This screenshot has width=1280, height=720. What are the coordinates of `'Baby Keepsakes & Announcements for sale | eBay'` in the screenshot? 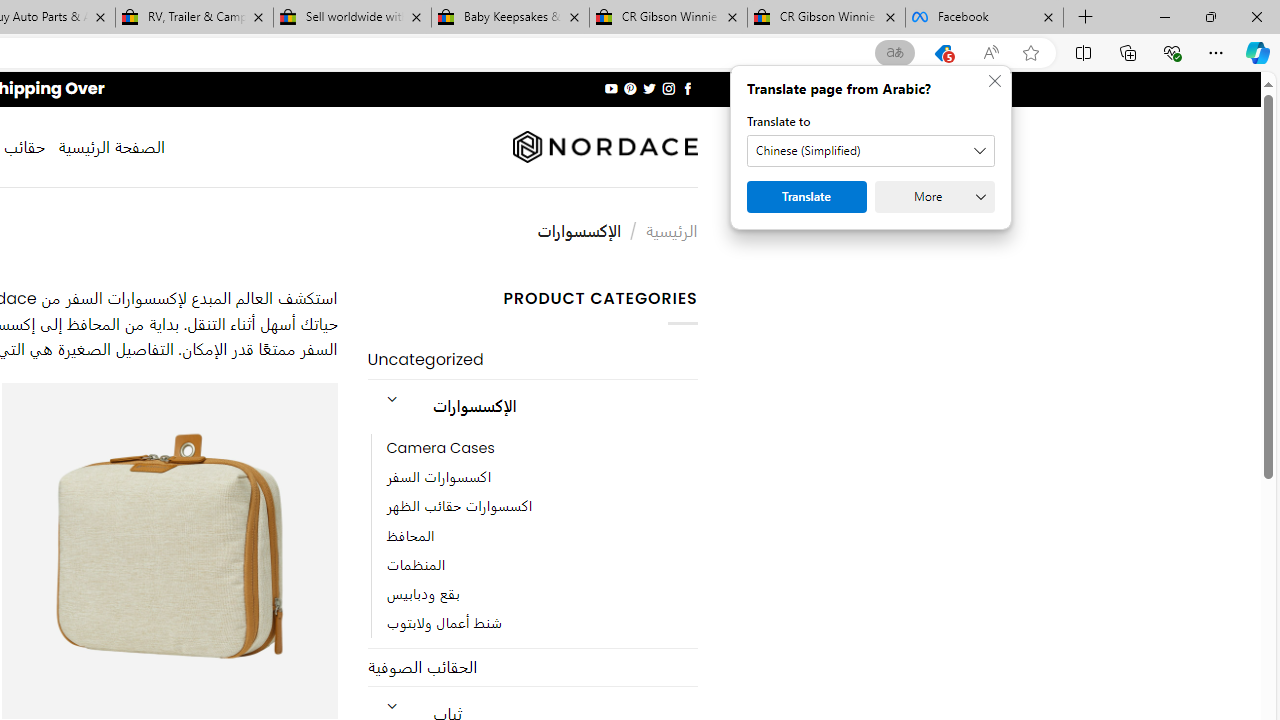 It's located at (510, 17).